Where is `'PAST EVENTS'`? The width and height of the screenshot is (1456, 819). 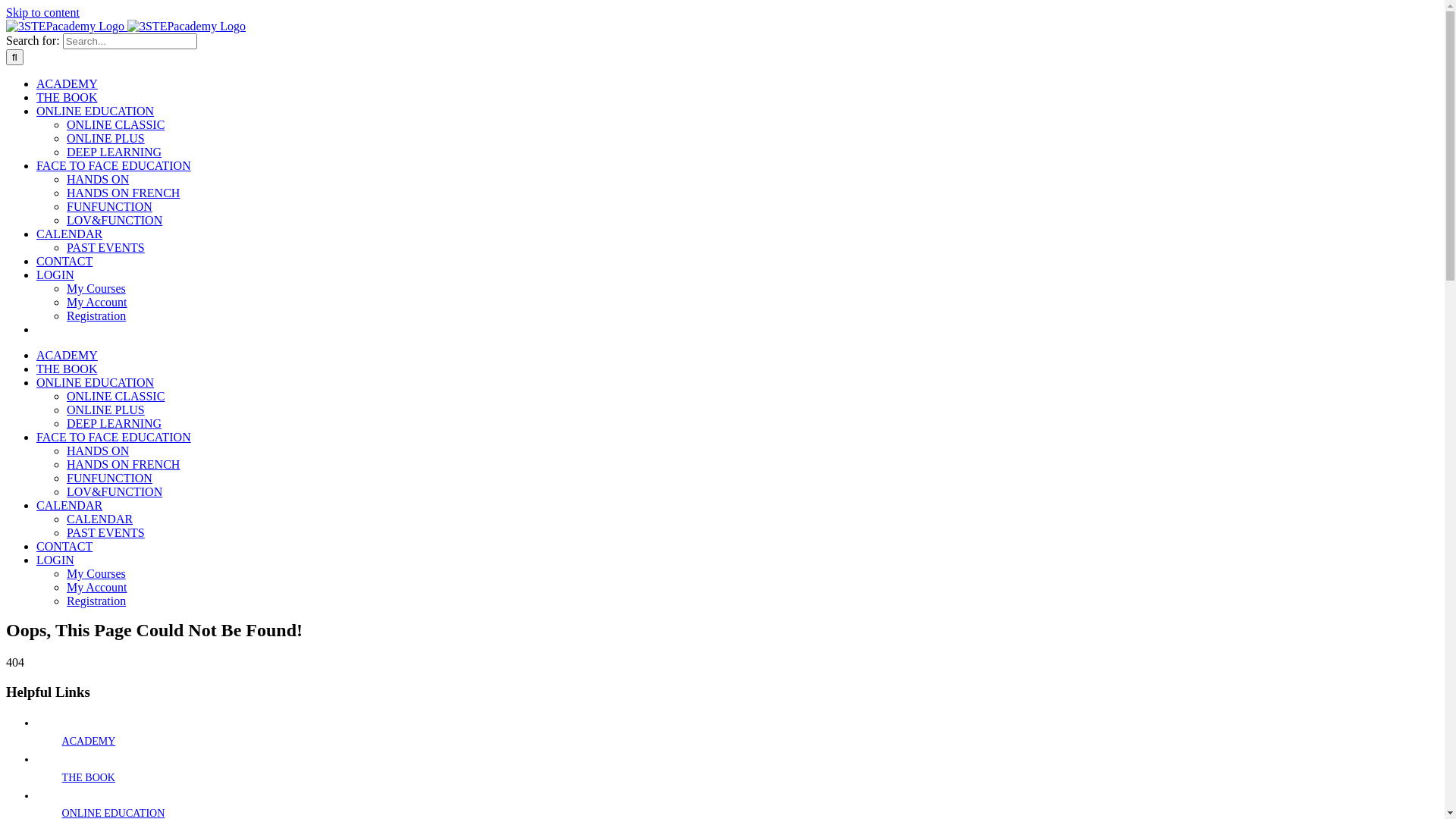 'PAST EVENTS' is located at coordinates (105, 532).